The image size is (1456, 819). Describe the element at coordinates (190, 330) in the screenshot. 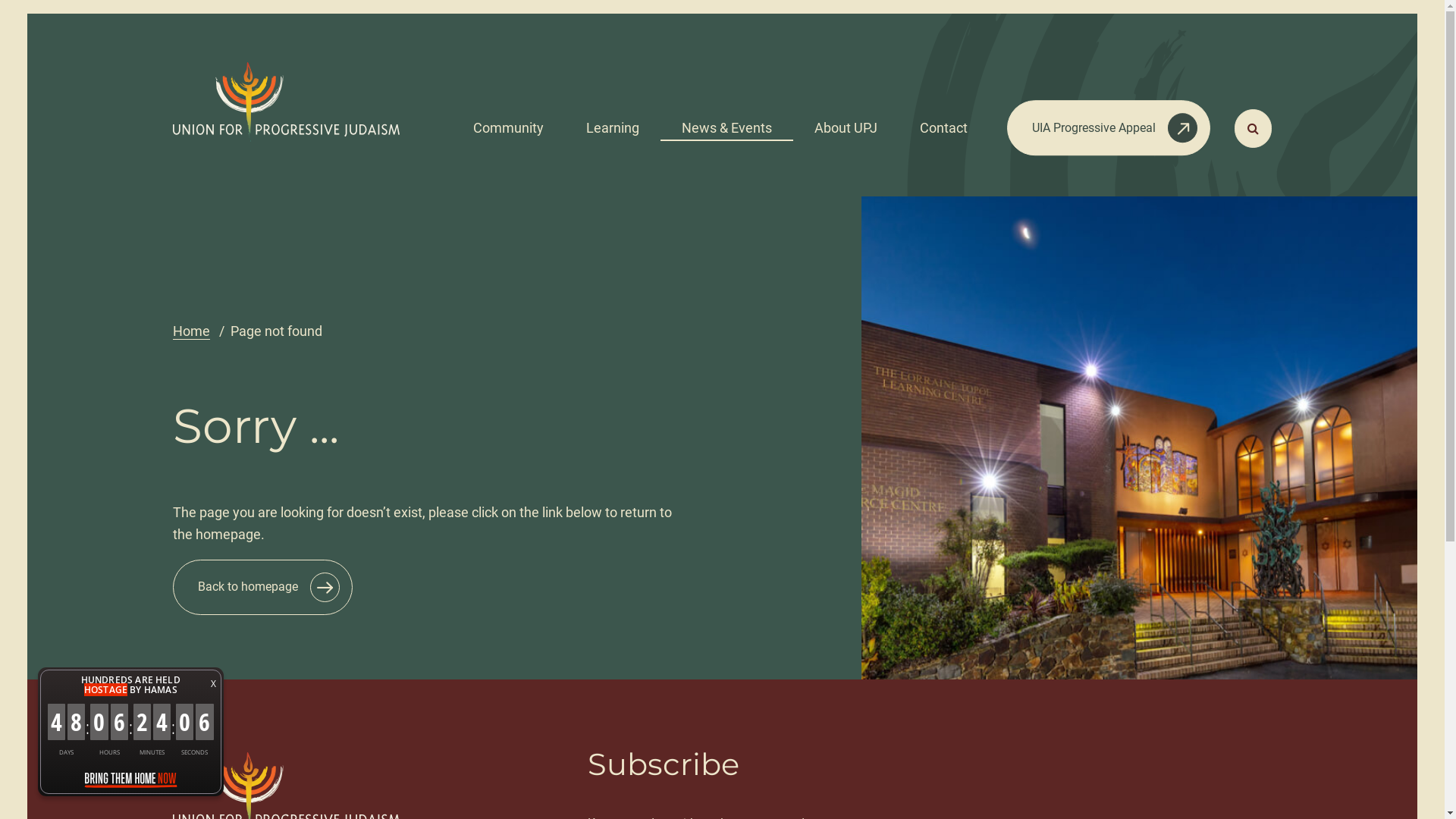

I see `'Home'` at that location.